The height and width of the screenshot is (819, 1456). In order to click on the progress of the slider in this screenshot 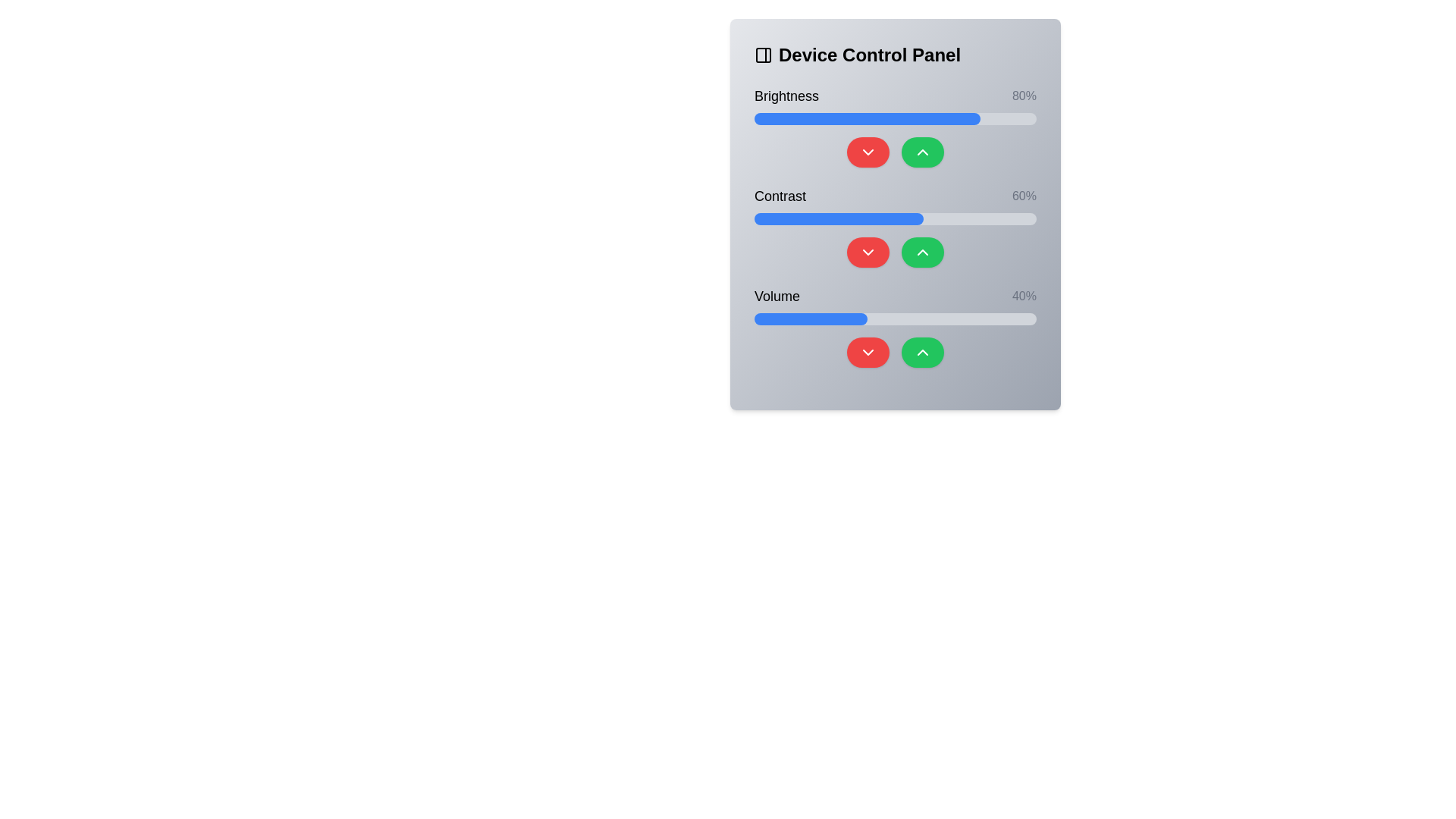, I will do `click(870, 318)`.